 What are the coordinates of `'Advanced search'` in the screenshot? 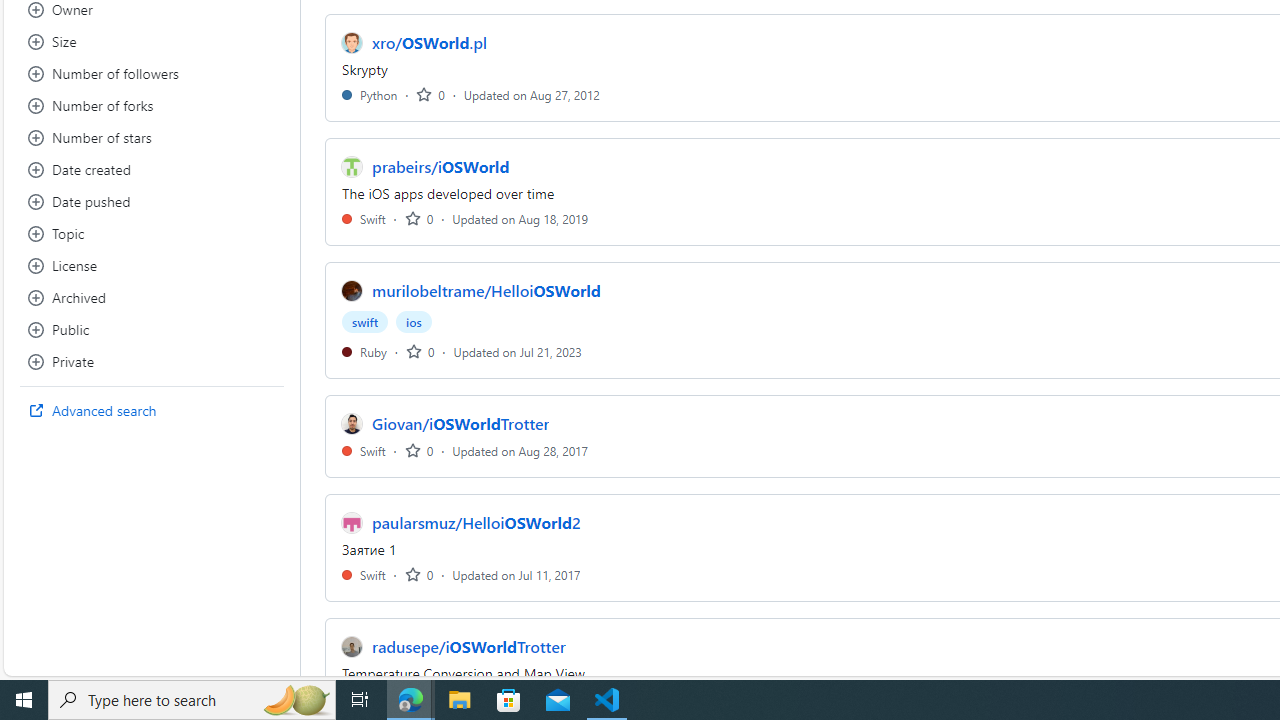 It's located at (151, 410).